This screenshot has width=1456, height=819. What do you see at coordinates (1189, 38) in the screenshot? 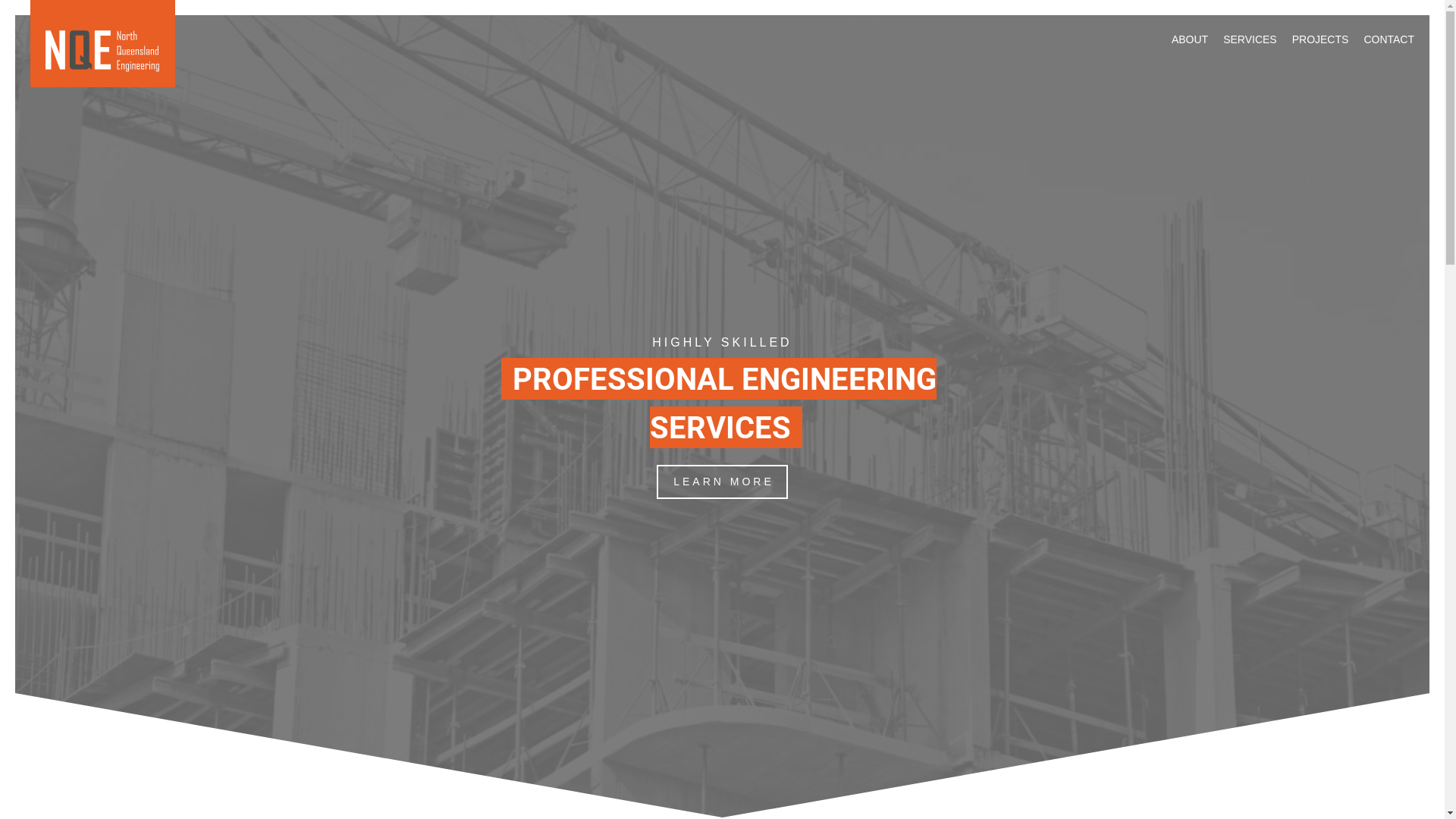
I see `'ABOUT'` at bounding box center [1189, 38].